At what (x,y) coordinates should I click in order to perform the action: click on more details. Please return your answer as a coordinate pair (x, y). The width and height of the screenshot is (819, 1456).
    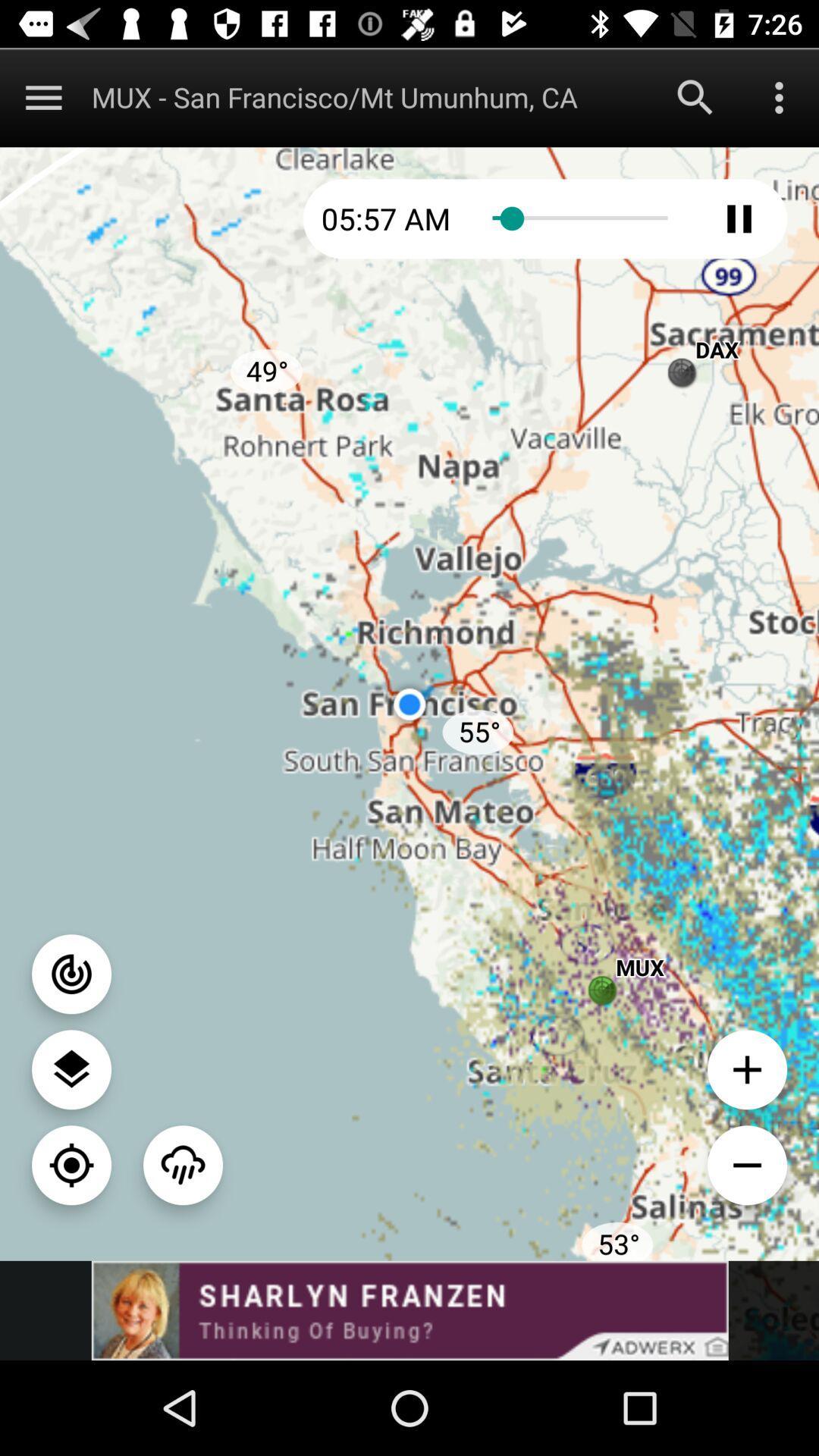
    Looking at the image, I should click on (779, 96).